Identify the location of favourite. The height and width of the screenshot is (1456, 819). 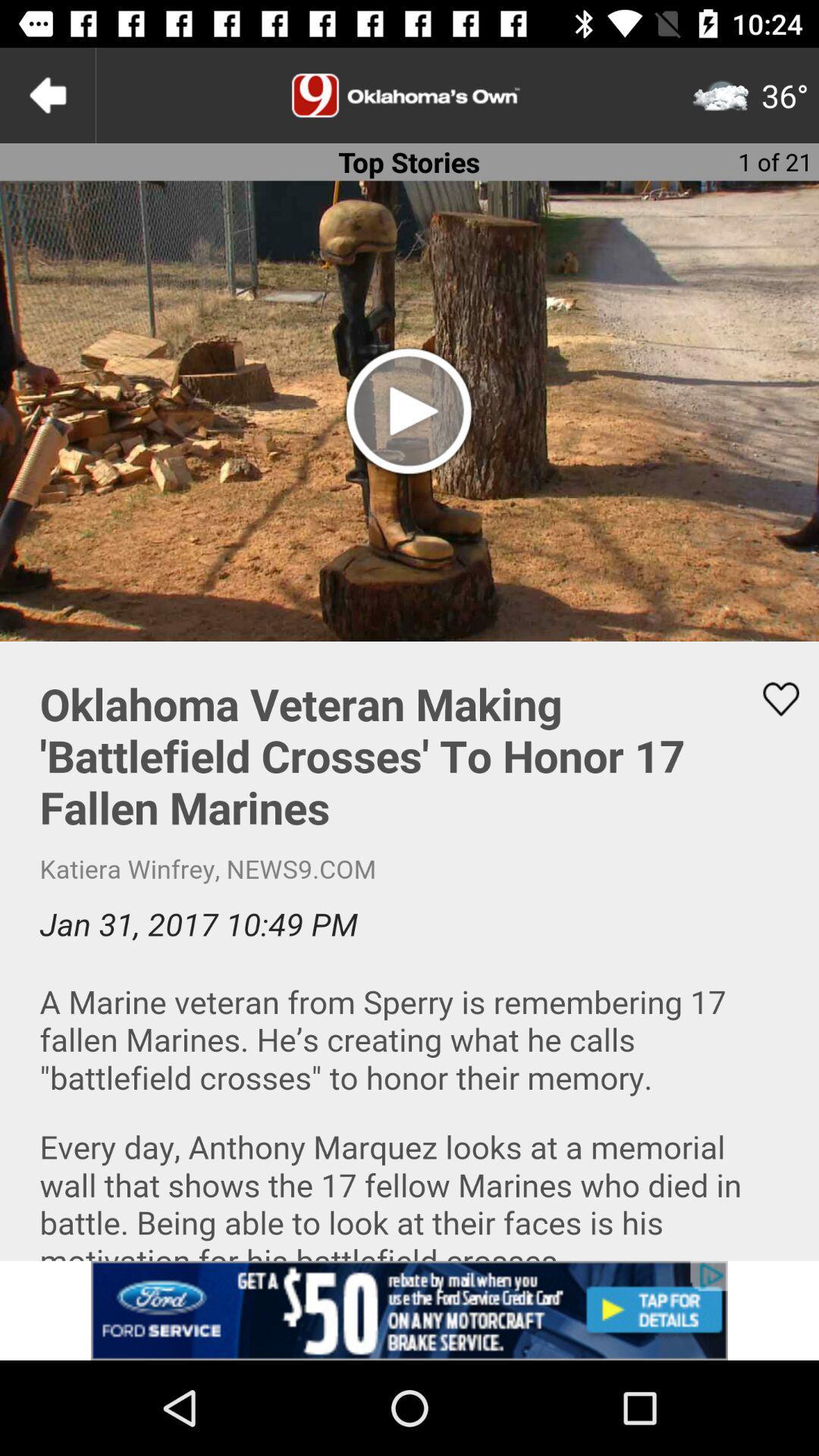
(771, 698).